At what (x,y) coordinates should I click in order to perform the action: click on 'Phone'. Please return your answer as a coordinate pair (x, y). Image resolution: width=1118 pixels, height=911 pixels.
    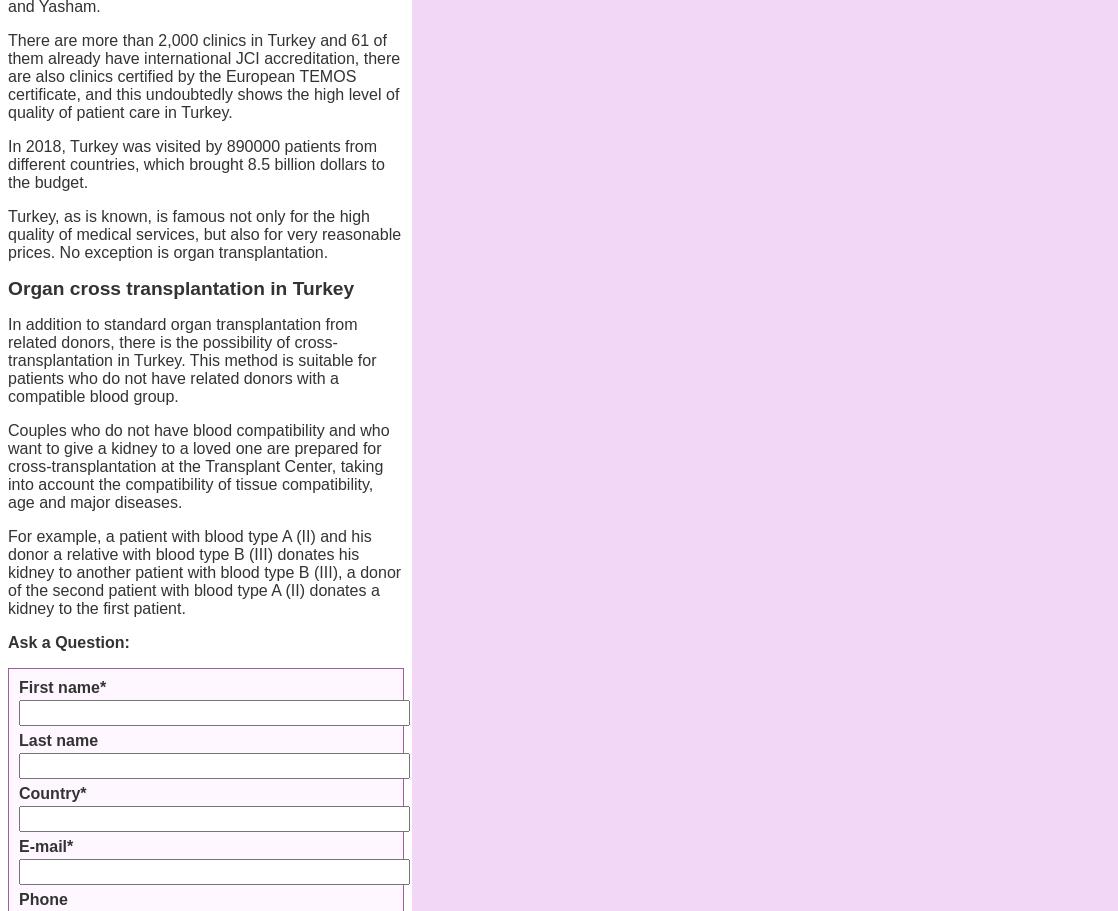
    Looking at the image, I should click on (43, 897).